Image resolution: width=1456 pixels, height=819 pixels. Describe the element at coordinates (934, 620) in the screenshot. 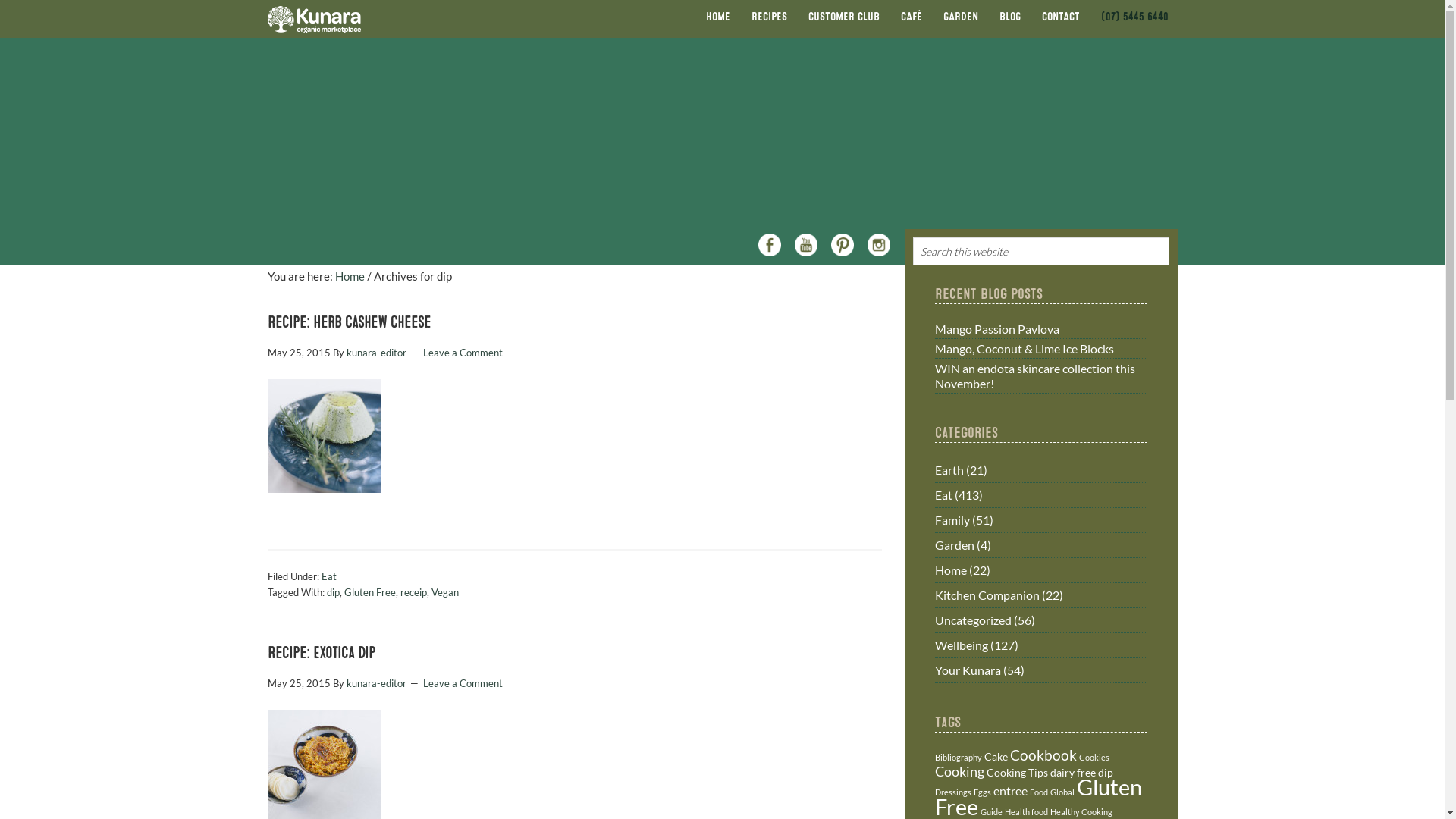

I see `'Uncategorized'` at that location.